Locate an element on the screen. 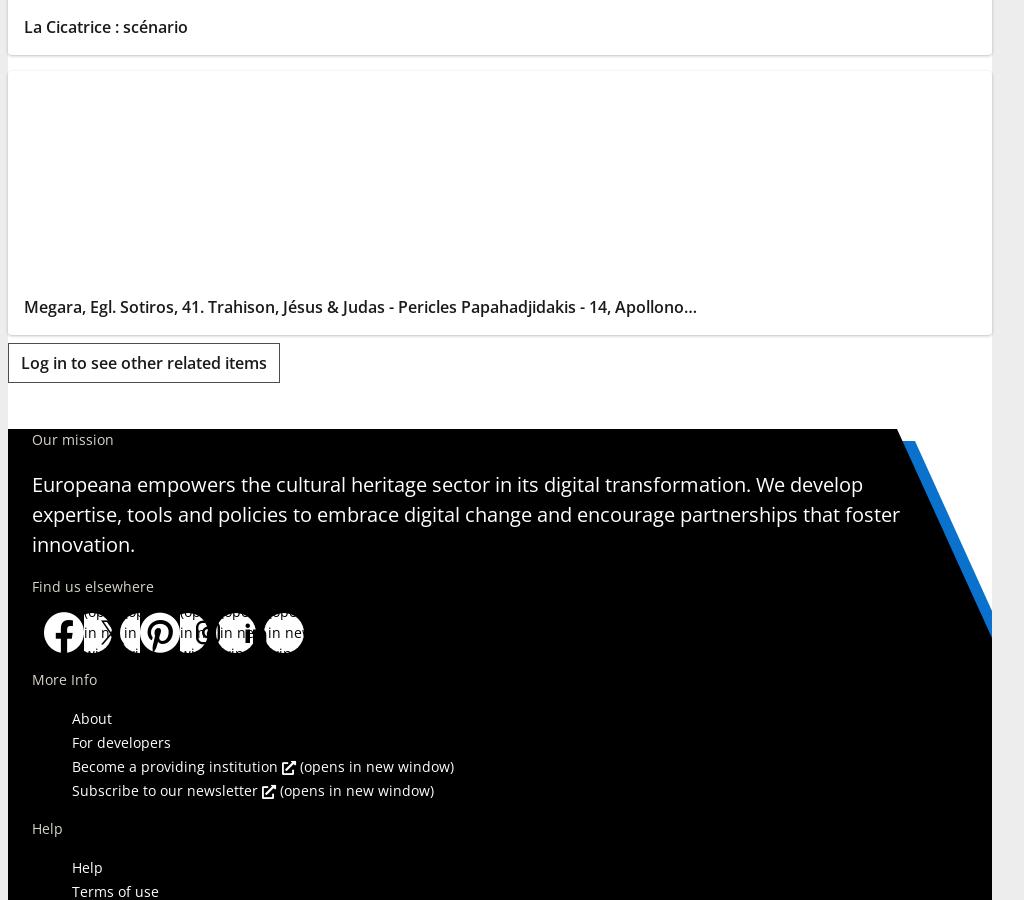  'La Cicatrice : scénario' is located at coordinates (105, 25).